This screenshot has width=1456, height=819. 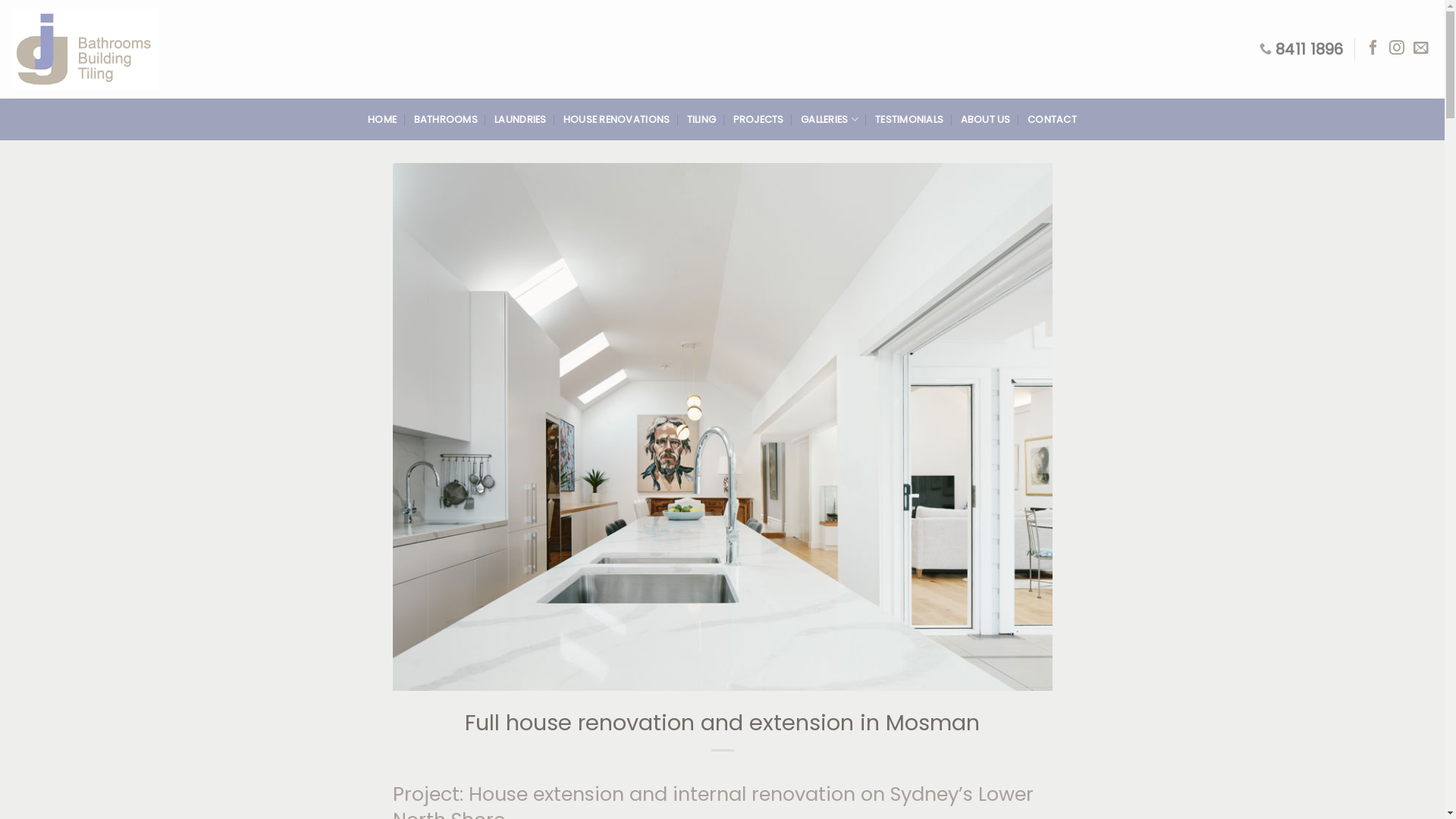 What do you see at coordinates (829, 119) in the screenshot?
I see `'GALLERIES'` at bounding box center [829, 119].